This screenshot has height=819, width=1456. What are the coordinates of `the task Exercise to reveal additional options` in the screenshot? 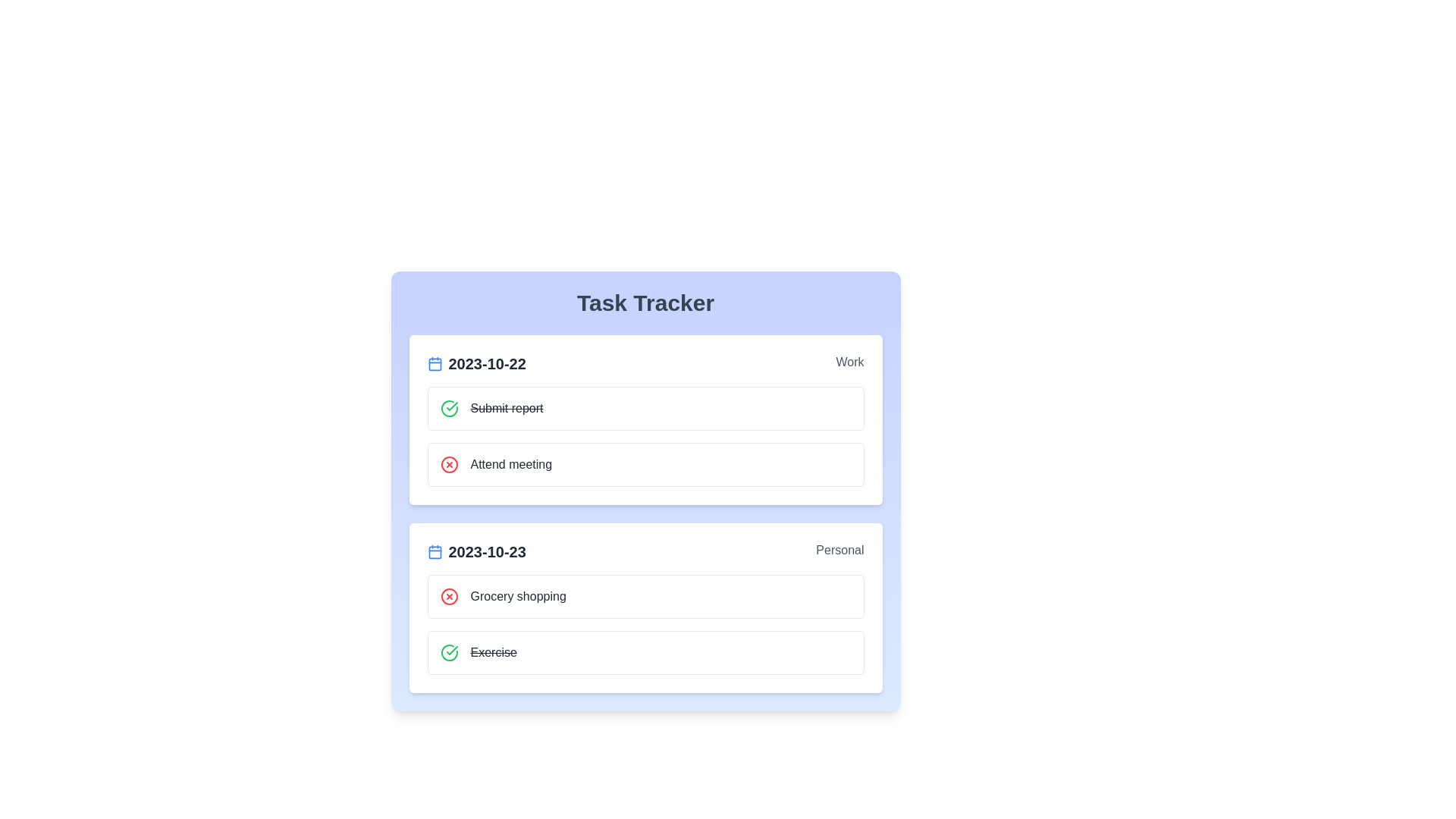 It's located at (494, 651).